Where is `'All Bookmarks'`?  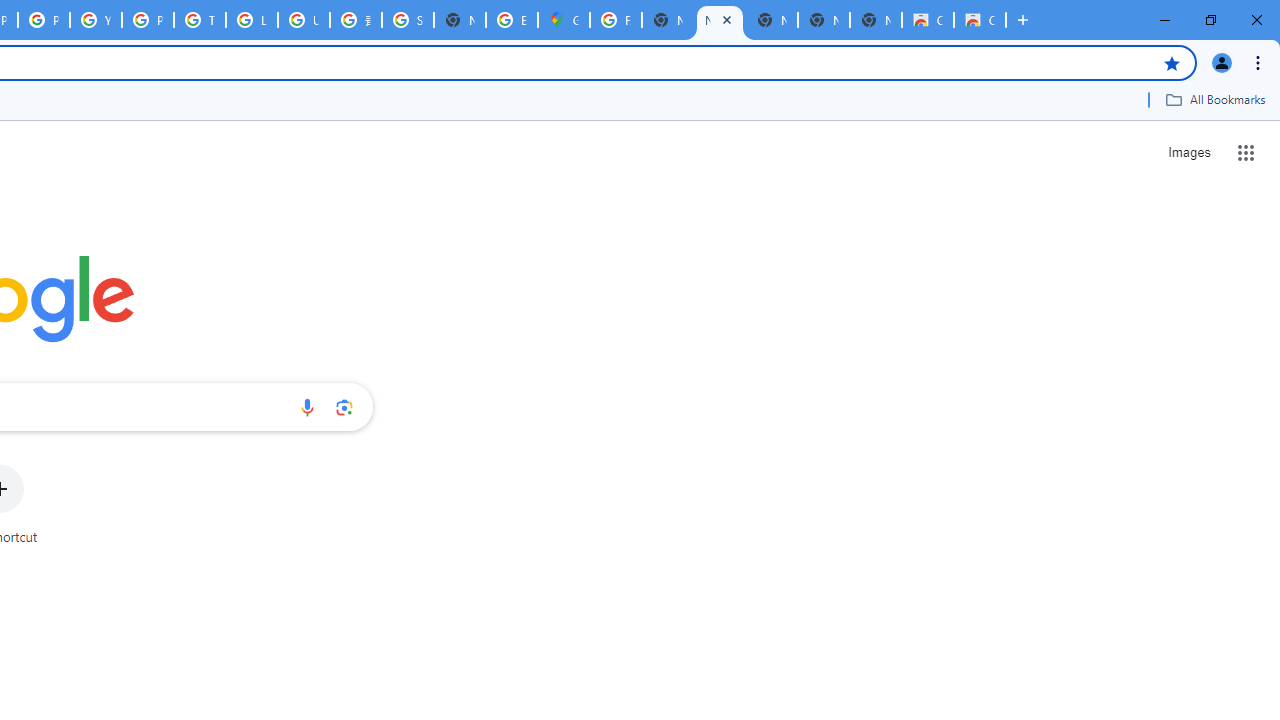 'All Bookmarks' is located at coordinates (1214, 99).